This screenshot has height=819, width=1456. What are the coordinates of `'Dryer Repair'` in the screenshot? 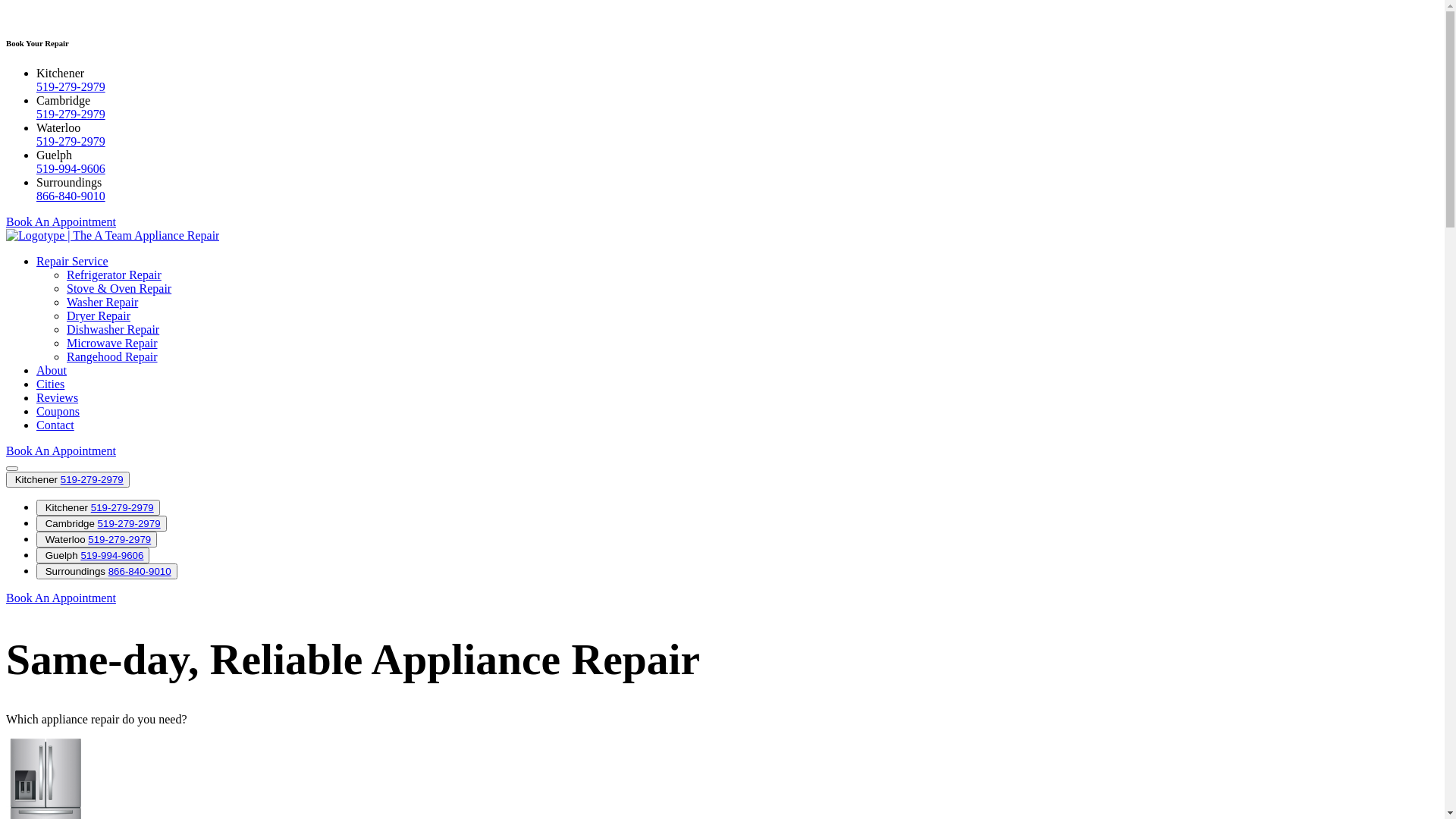 It's located at (97, 315).